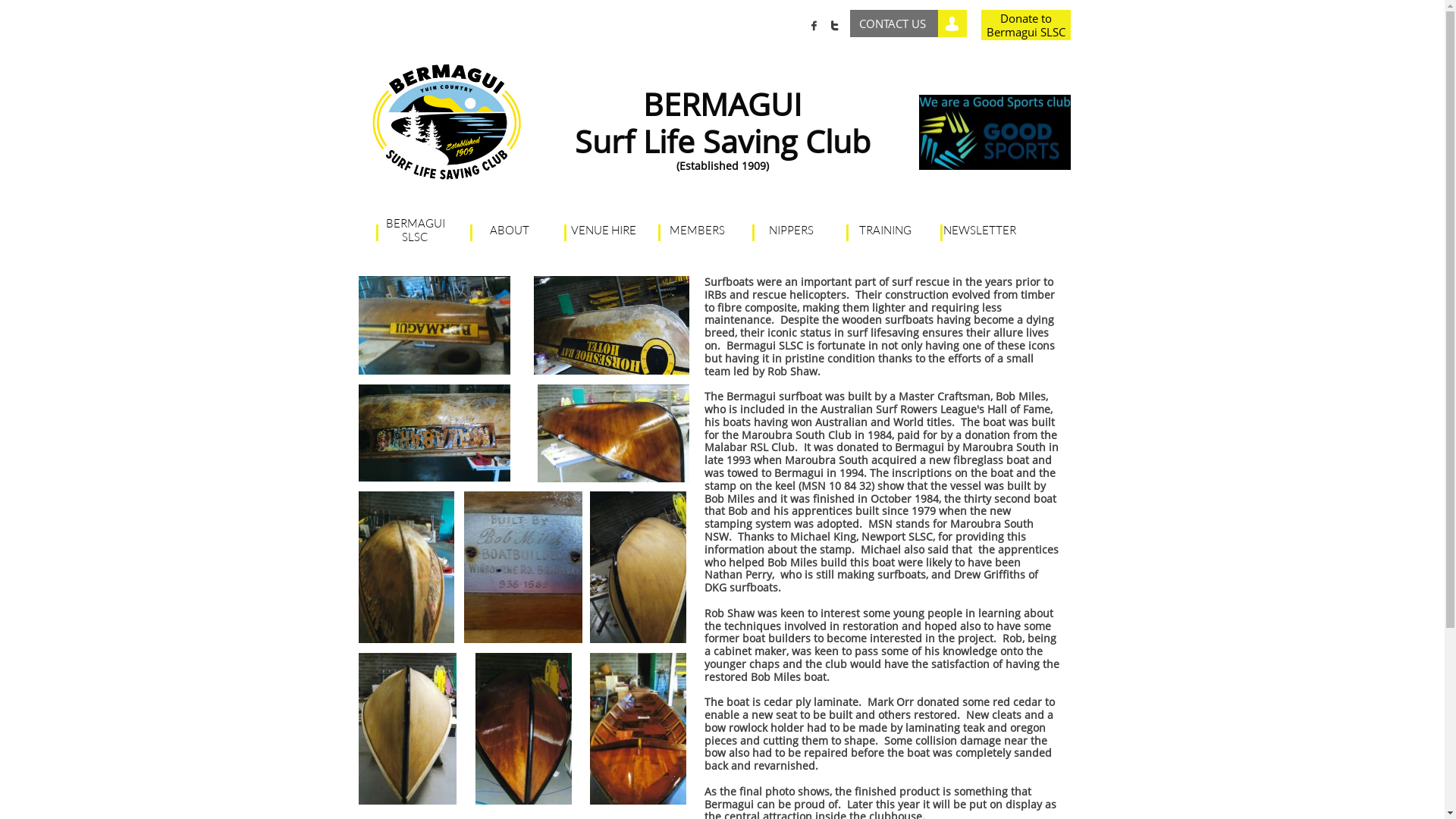 Image resolution: width=1456 pixels, height=819 pixels. I want to click on 'Donate to Bermagui SLSC', so click(981, 25).